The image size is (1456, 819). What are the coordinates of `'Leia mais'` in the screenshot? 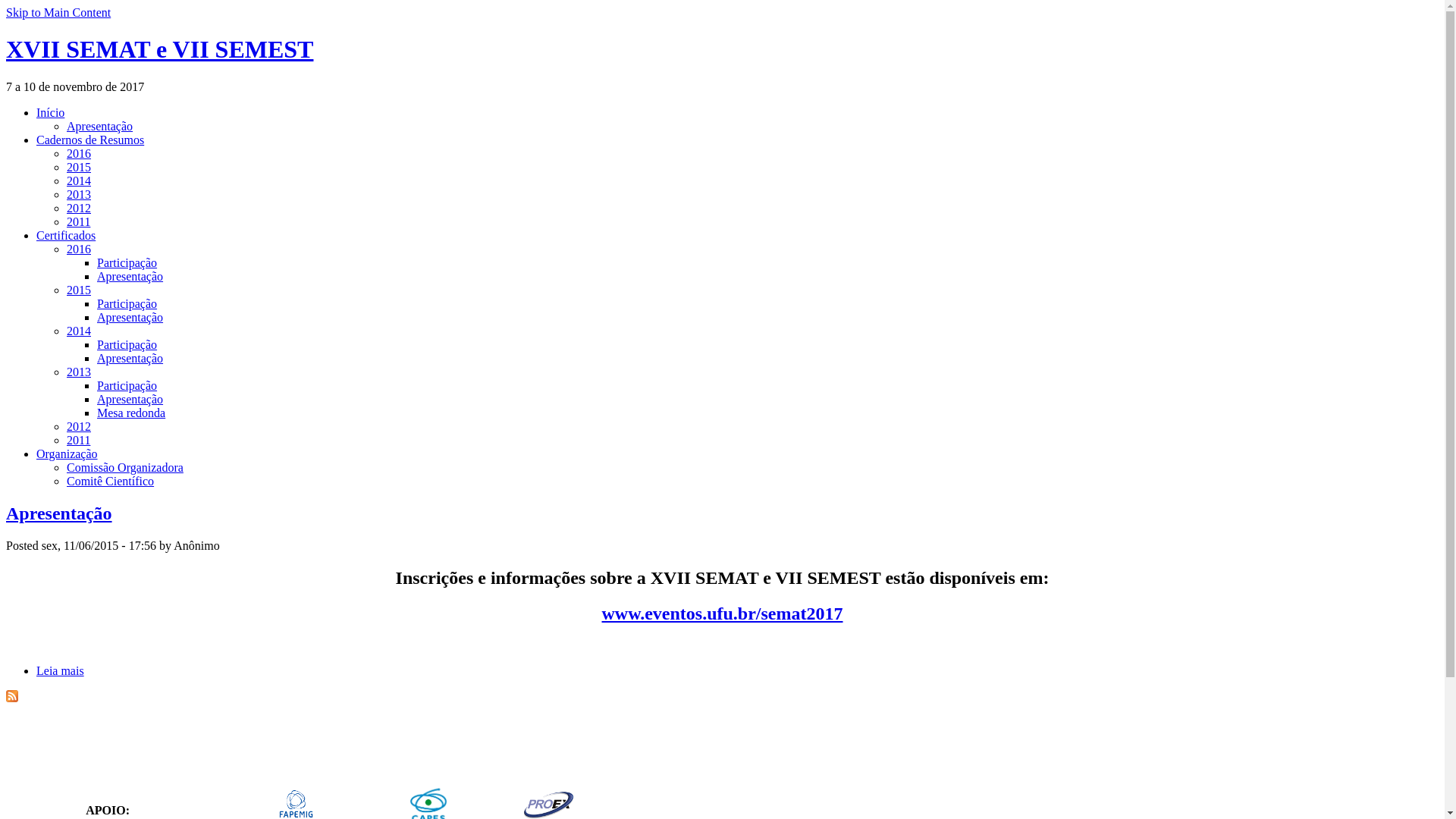 It's located at (60, 670).